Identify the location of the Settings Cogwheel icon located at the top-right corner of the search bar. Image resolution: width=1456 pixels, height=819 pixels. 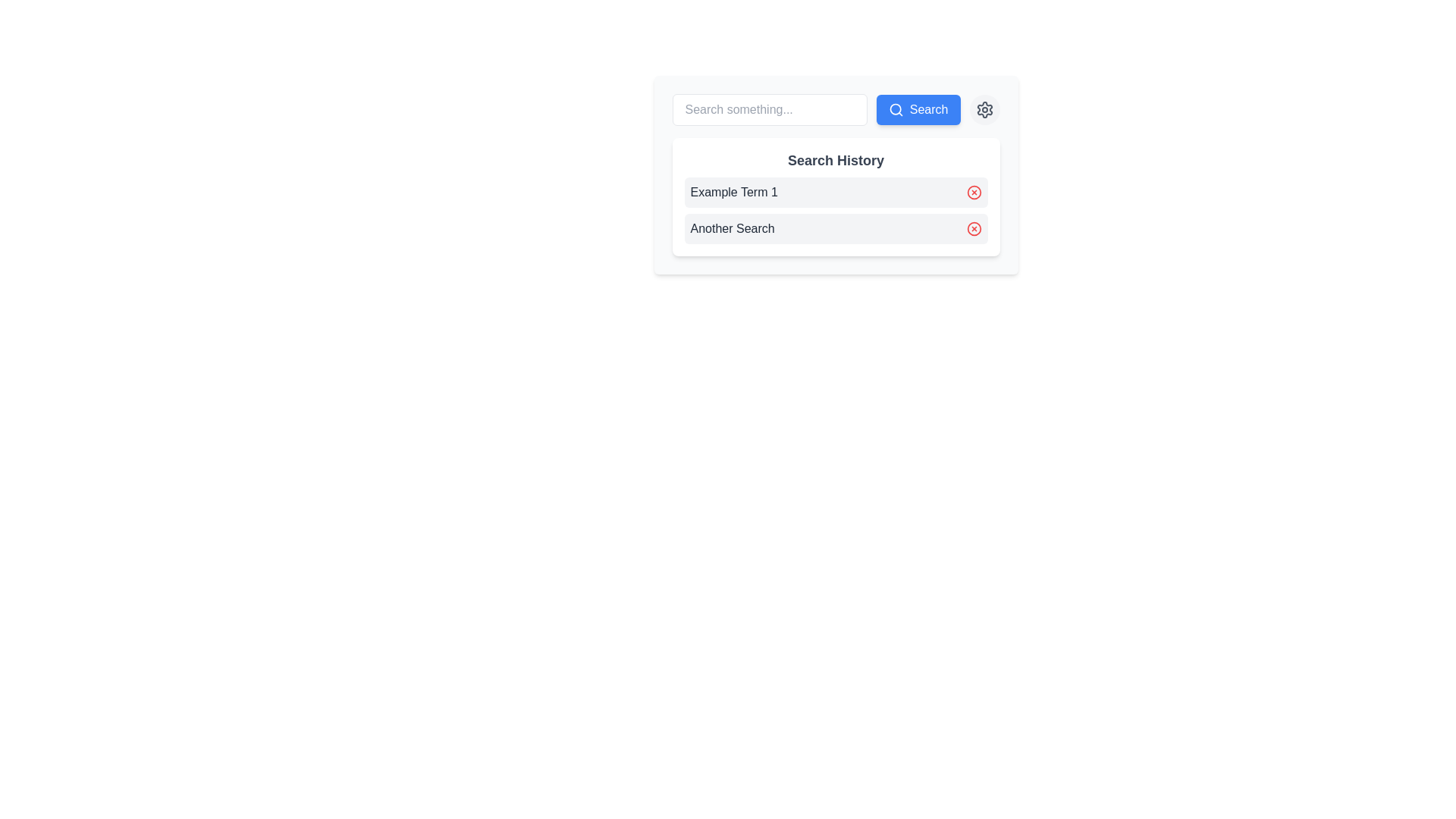
(984, 109).